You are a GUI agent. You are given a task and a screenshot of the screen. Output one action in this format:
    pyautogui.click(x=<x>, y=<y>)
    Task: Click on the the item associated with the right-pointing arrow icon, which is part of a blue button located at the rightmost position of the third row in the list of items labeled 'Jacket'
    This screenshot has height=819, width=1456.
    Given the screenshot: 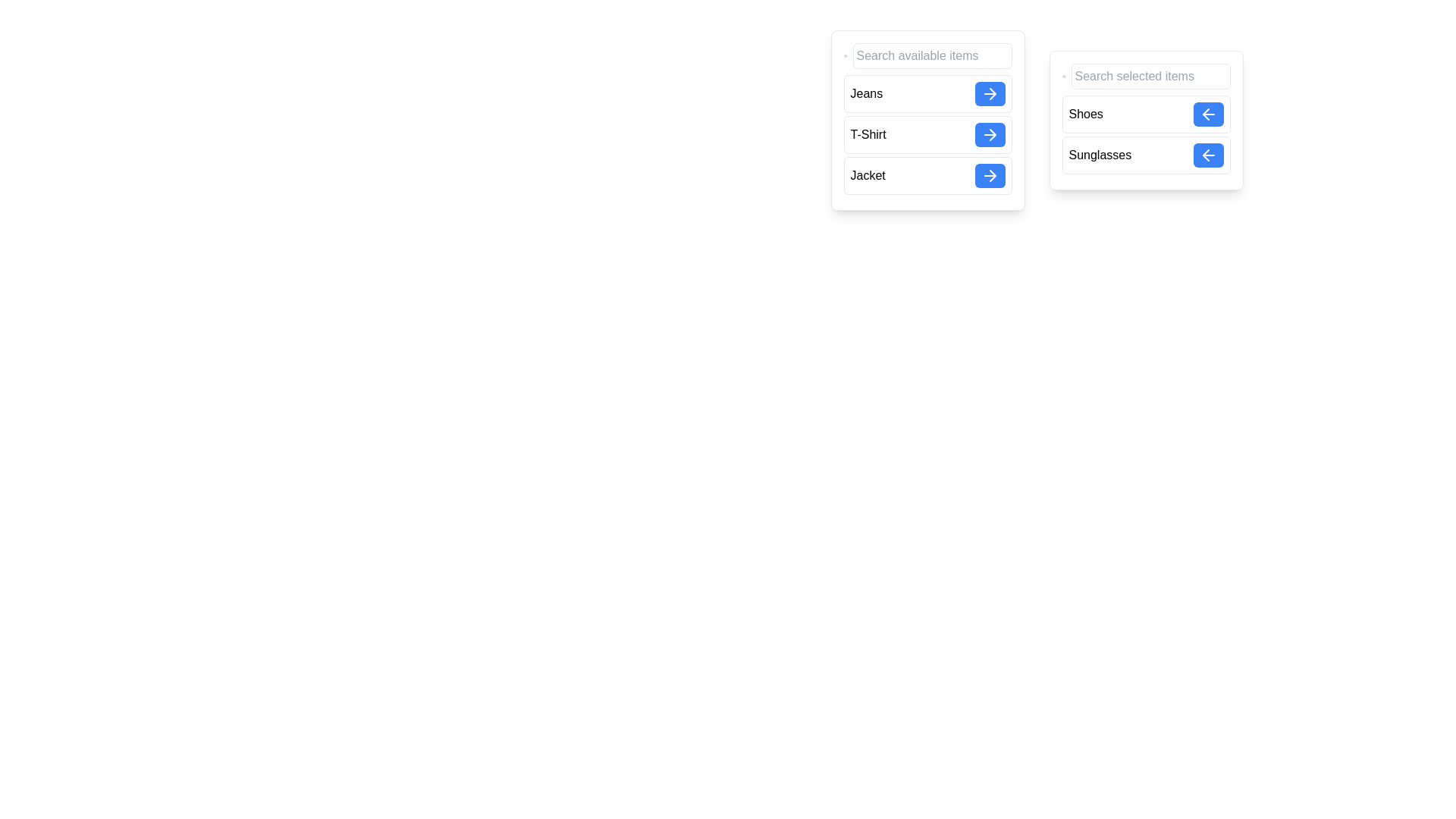 What is the action you would take?
    pyautogui.click(x=993, y=174)
    